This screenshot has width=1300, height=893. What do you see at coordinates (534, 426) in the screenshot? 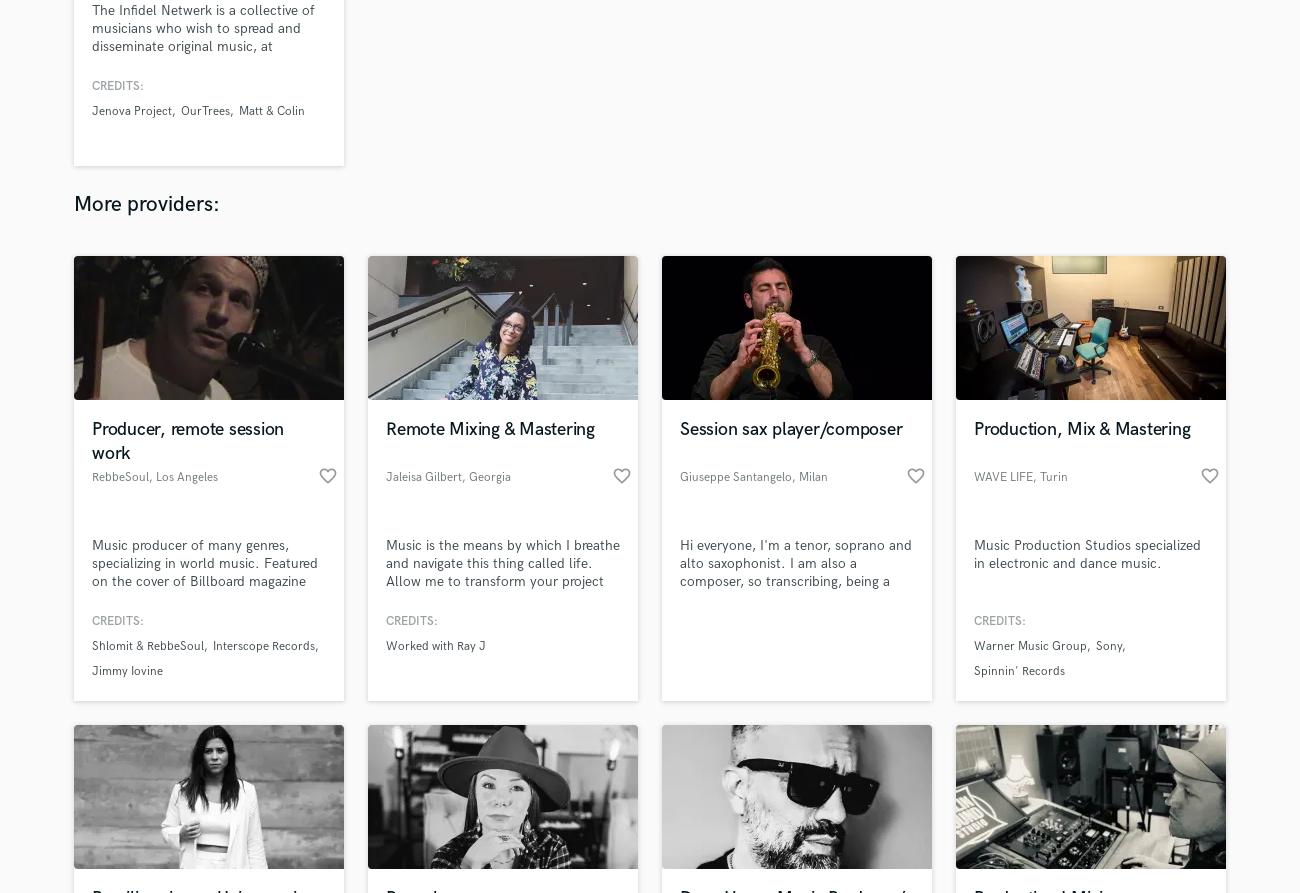
I see `'Percussion'` at bounding box center [534, 426].